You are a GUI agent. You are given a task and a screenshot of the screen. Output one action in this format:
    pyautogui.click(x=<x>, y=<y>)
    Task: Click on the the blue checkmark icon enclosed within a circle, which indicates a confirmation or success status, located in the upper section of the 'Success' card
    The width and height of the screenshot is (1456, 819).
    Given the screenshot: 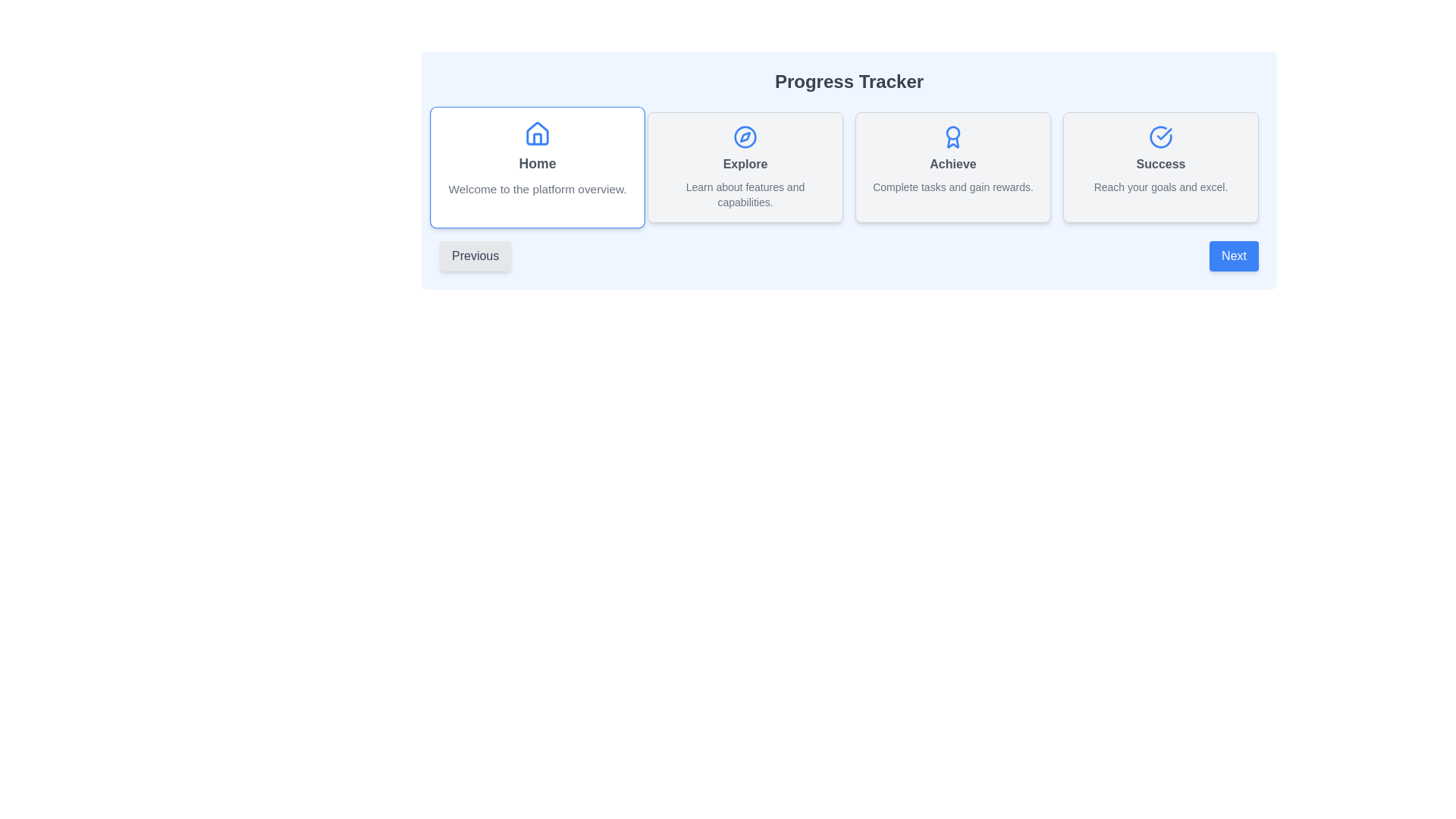 What is the action you would take?
    pyautogui.click(x=1160, y=137)
    